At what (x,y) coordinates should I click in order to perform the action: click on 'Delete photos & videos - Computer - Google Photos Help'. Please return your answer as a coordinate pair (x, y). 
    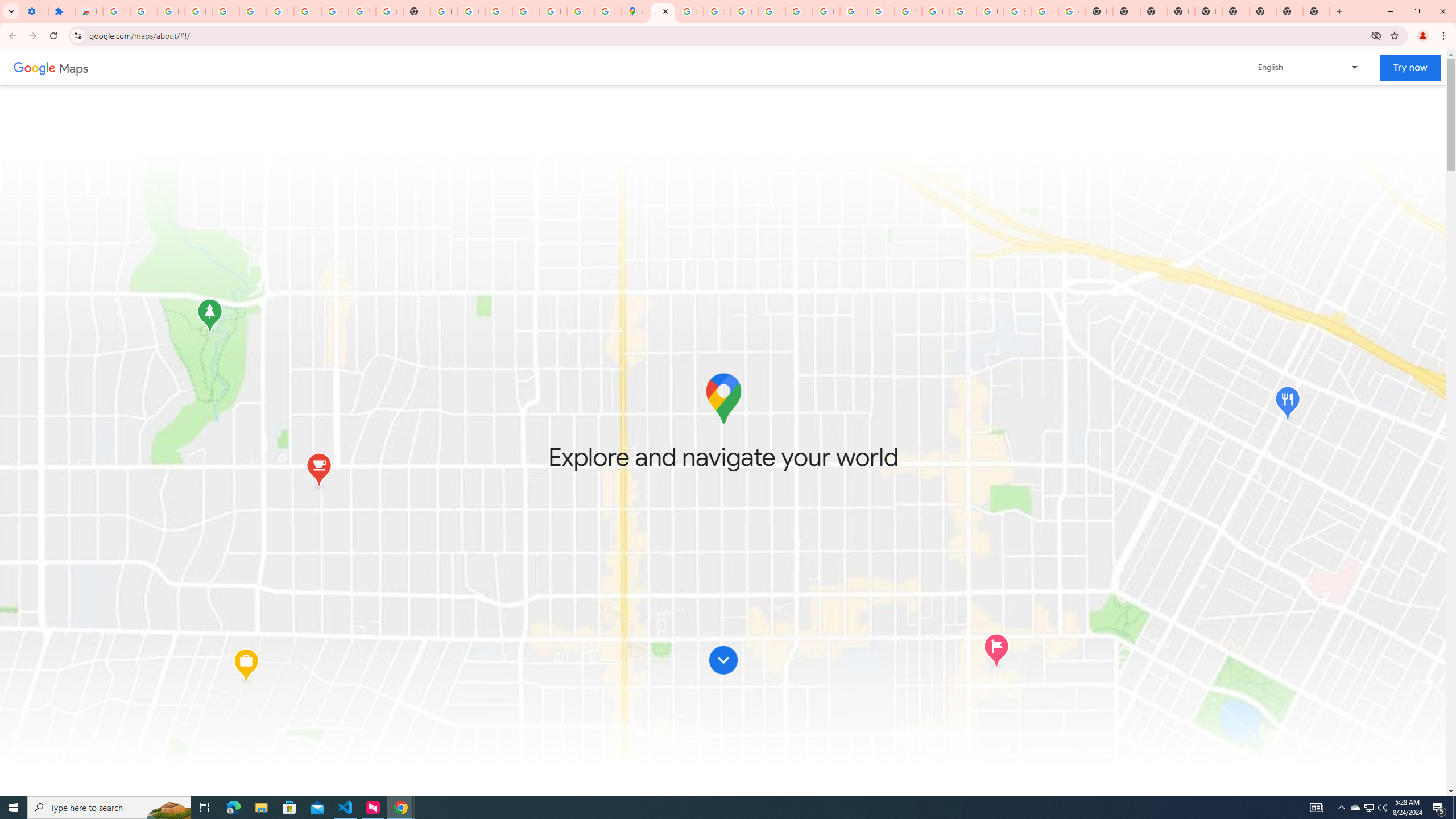
    Looking at the image, I should click on (197, 11).